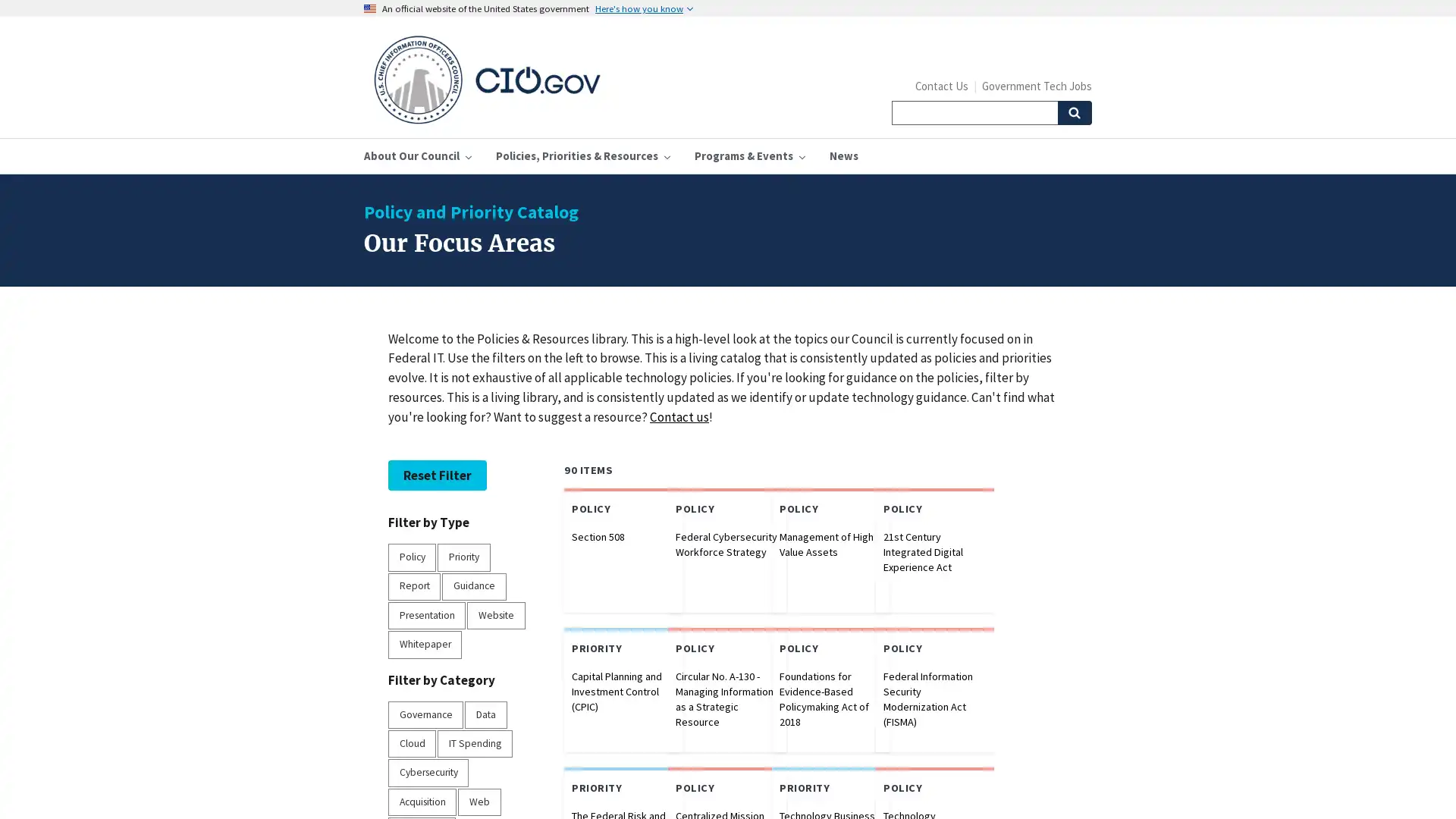  Describe the element at coordinates (582, 155) in the screenshot. I see `Policies, Priorities & Resources` at that location.